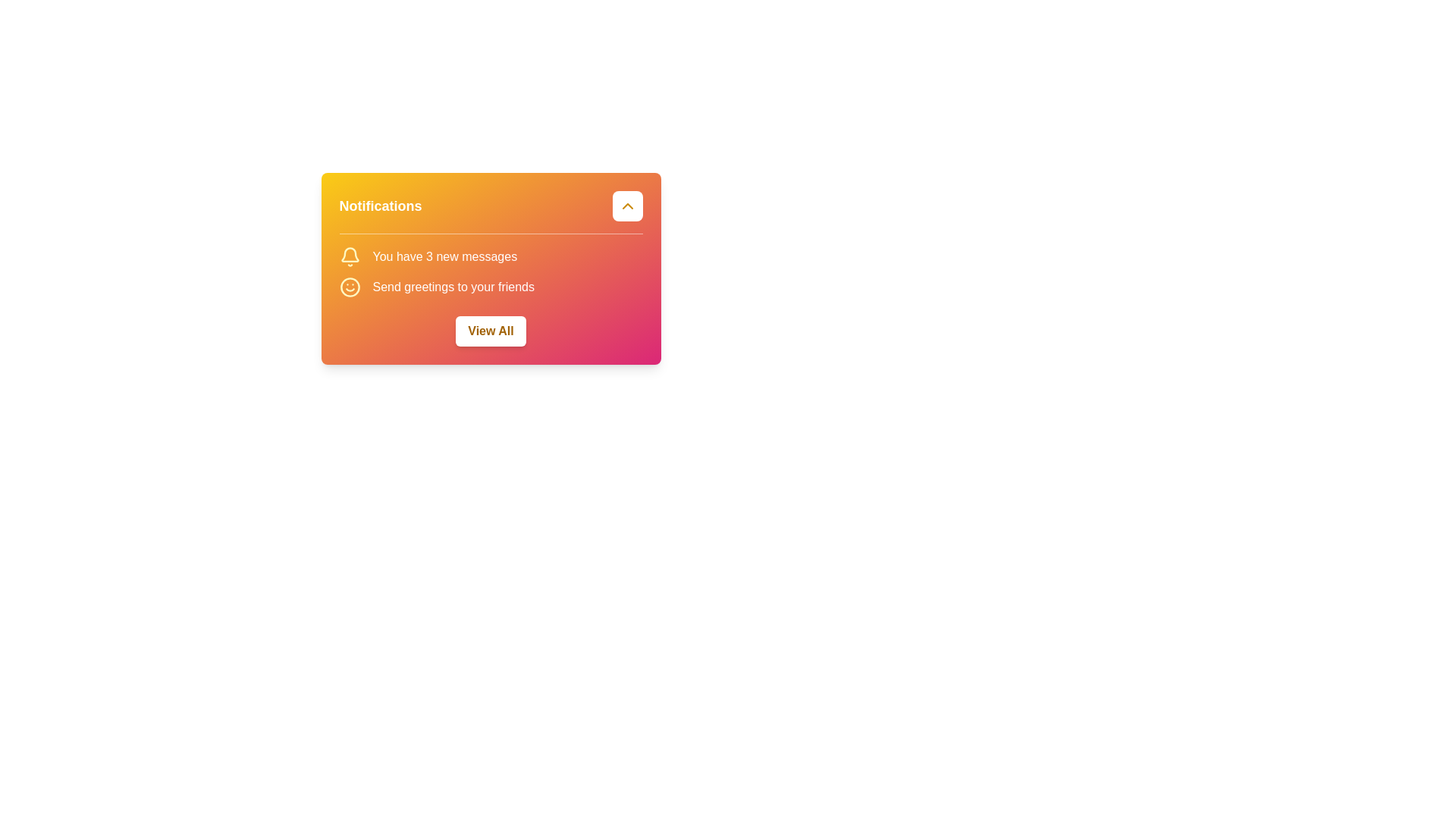 This screenshot has width=1456, height=819. Describe the element at coordinates (444, 256) in the screenshot. I see `the text label displaying 'You have 3 new messages' within the notification widget, located under the title 'Notifications'` at that location.